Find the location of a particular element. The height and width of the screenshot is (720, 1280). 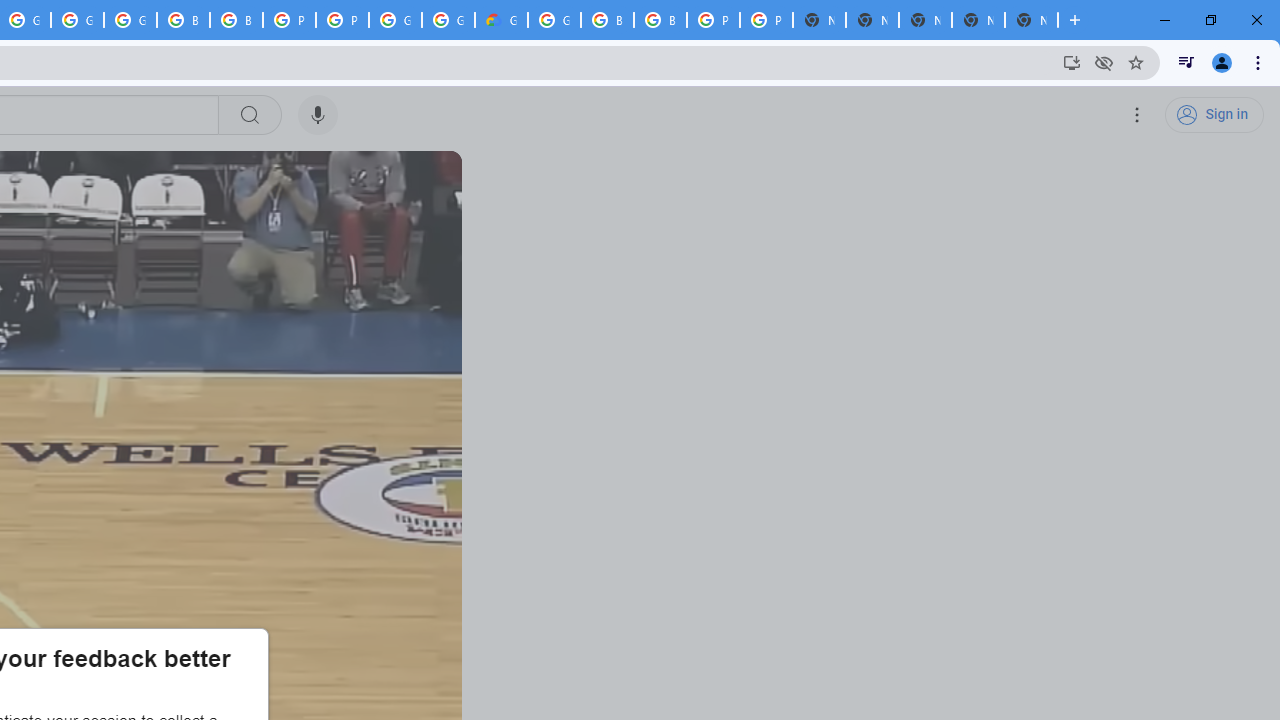

'Browse Chrome as a guest - Computer - Google Chrome Help' is located at coordinates (236, 20).